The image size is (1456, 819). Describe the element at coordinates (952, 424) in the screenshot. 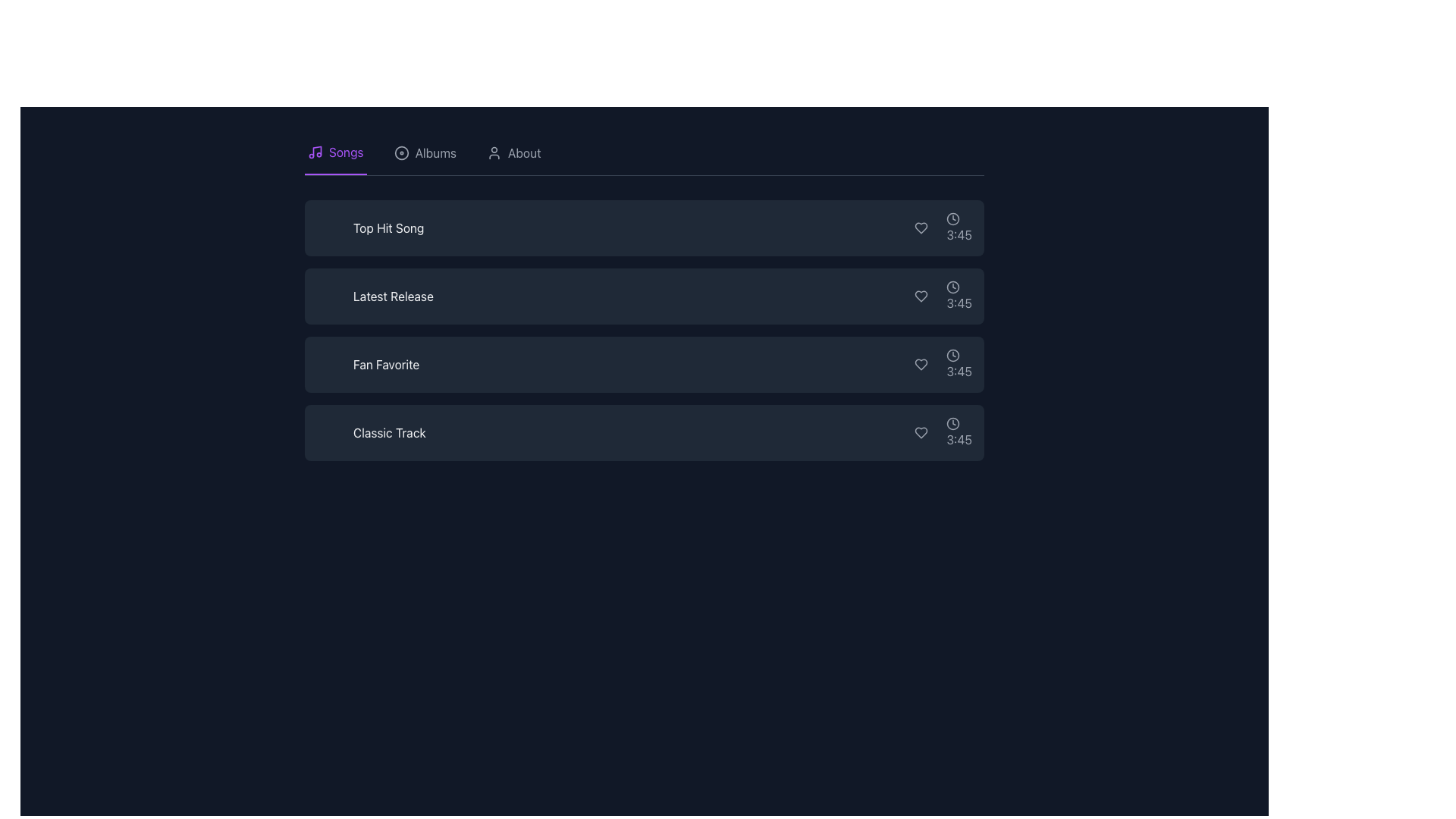

I see `the clock icon, which is a gray outlined circular icon with two hands indicating time, located at the far-right side of the last item in a vertically stacked list, adjacent to the '3:45' text` at that location.